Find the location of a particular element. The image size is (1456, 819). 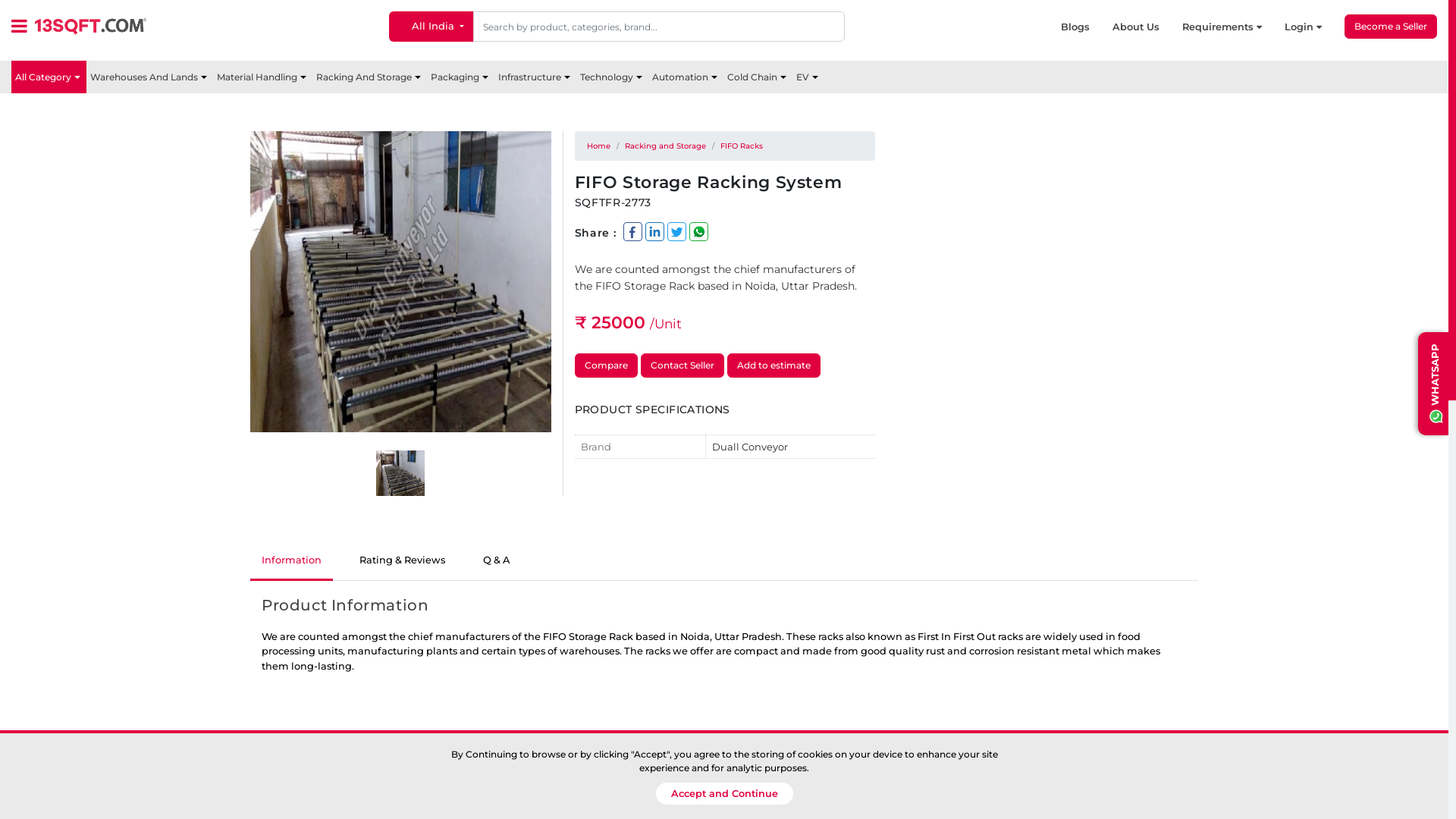

'Login' is located at coordinates (1284, 27).